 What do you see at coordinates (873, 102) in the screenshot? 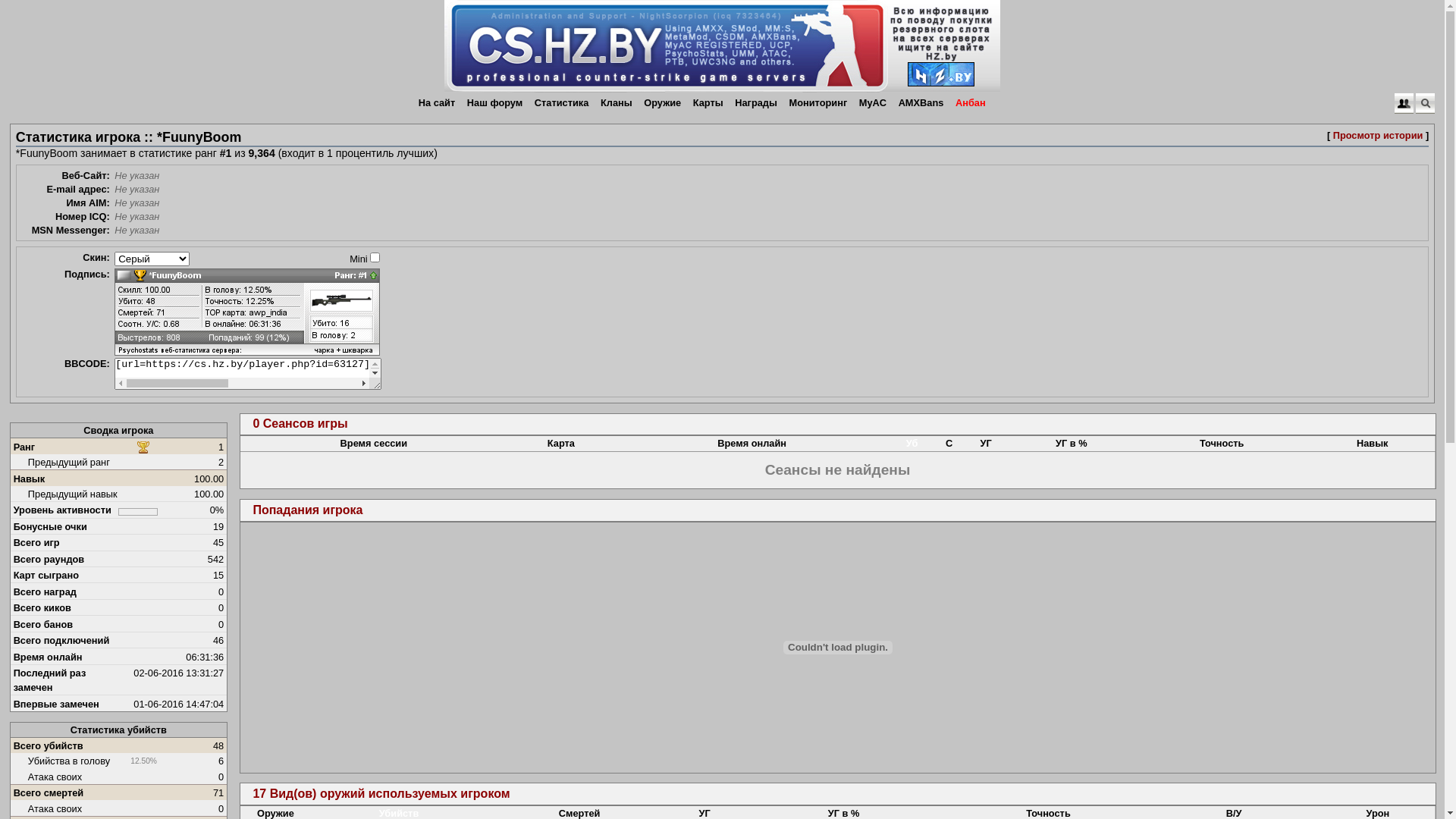
I see `'MyAC'` at bounding box center [873, 102].